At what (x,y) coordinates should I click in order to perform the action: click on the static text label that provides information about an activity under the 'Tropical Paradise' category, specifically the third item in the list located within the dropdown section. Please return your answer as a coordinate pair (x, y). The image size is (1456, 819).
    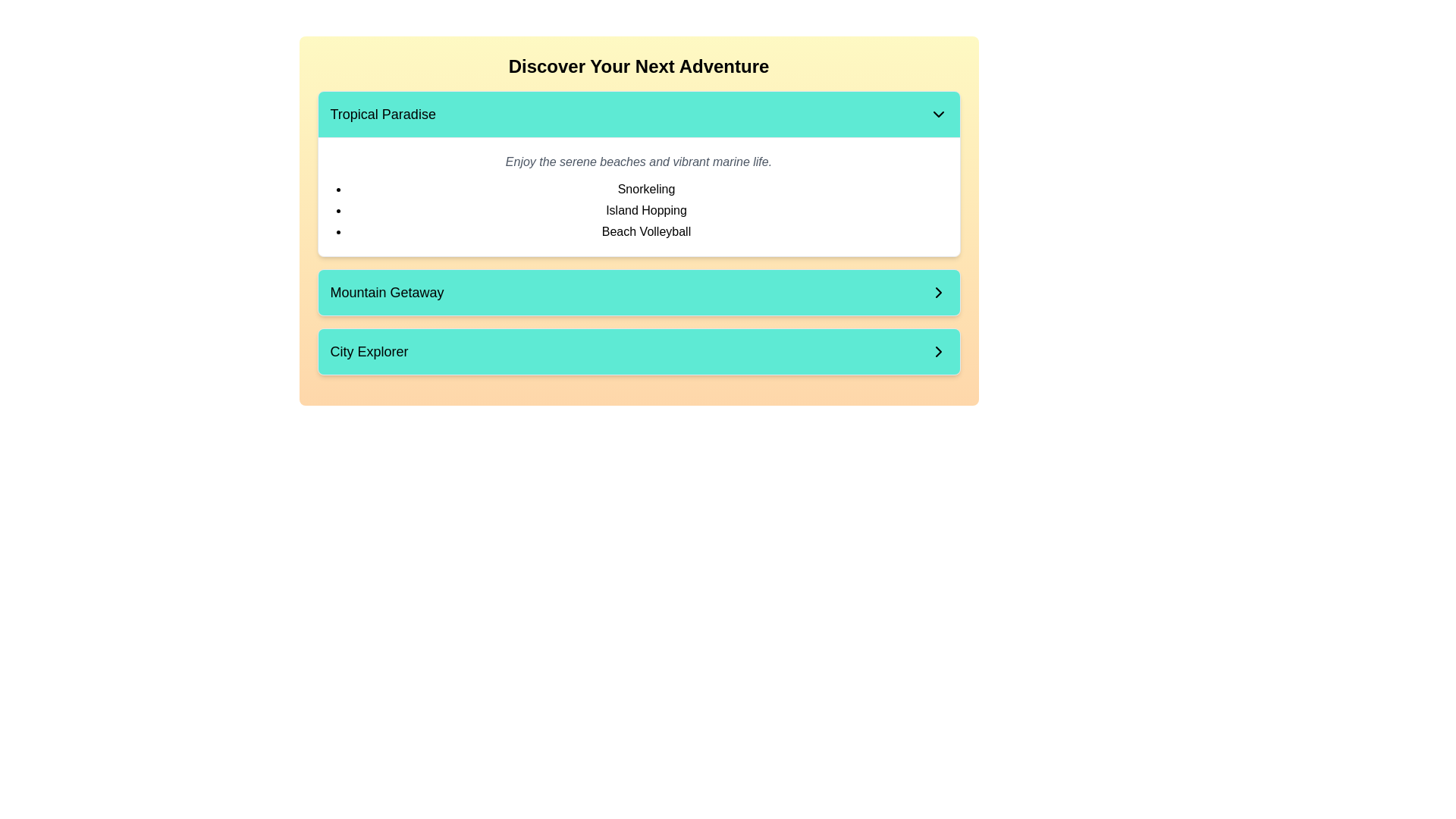
    Looking at the image, I should click on (646, 231).